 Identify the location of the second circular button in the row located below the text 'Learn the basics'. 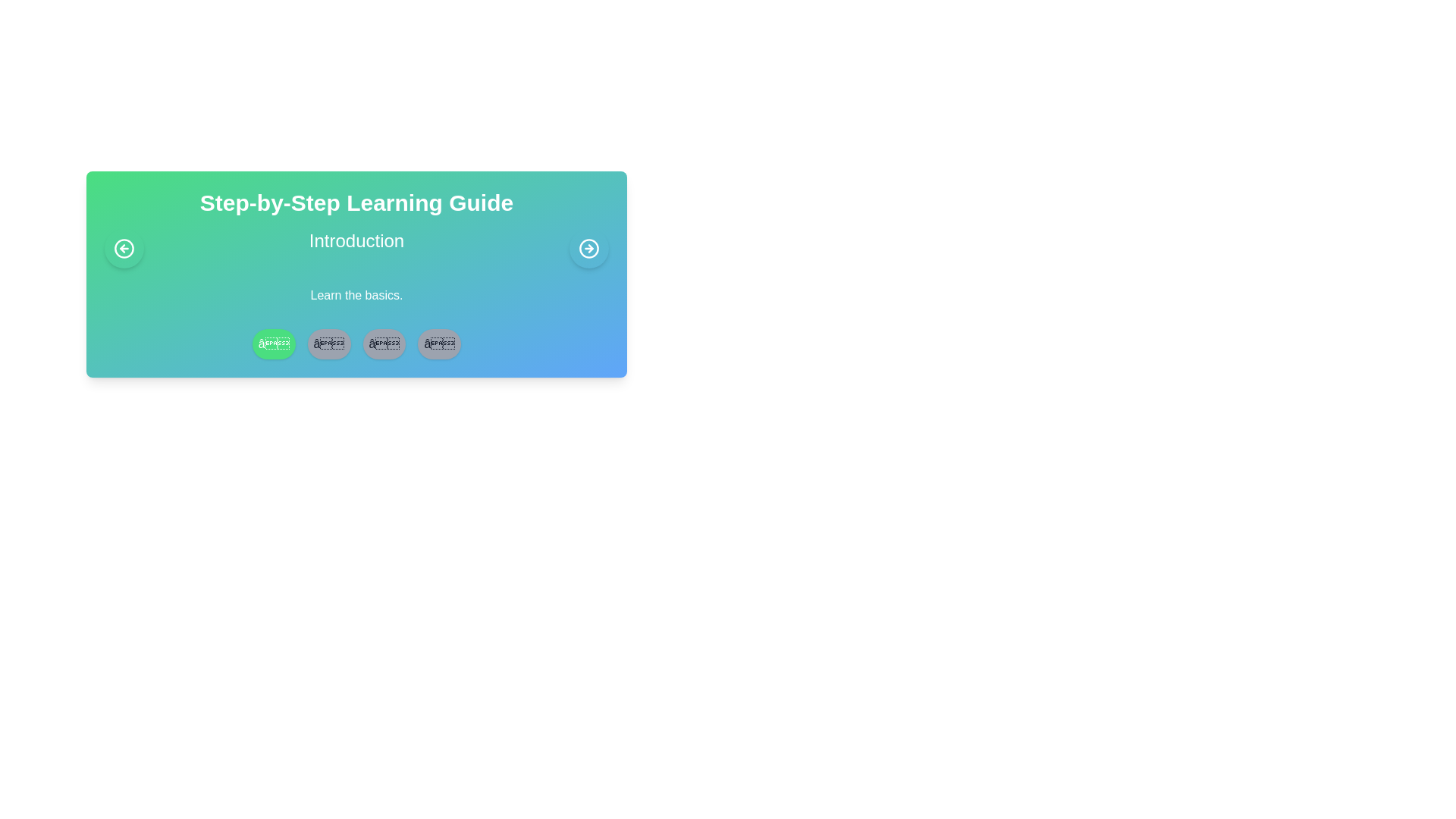
(328, 344).